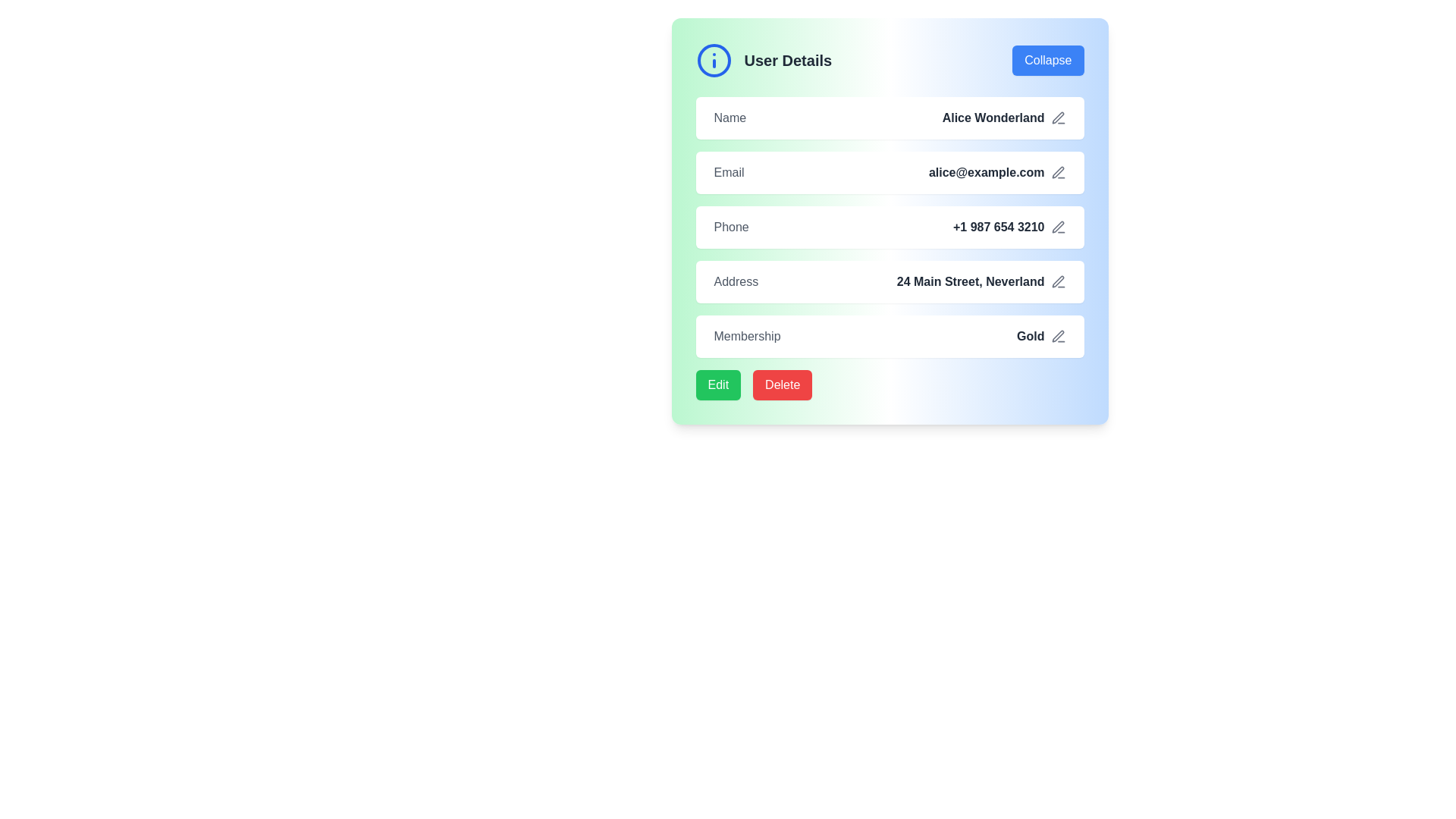 This screenshot has width=1456, height=819. Describe the element at coordinates (731, 227) in the screenshot. I see `the static text label that indicates the phone number, located to the left of the phone number '+1 987 654 3210' and above a small pencil icon for editing` at that location.